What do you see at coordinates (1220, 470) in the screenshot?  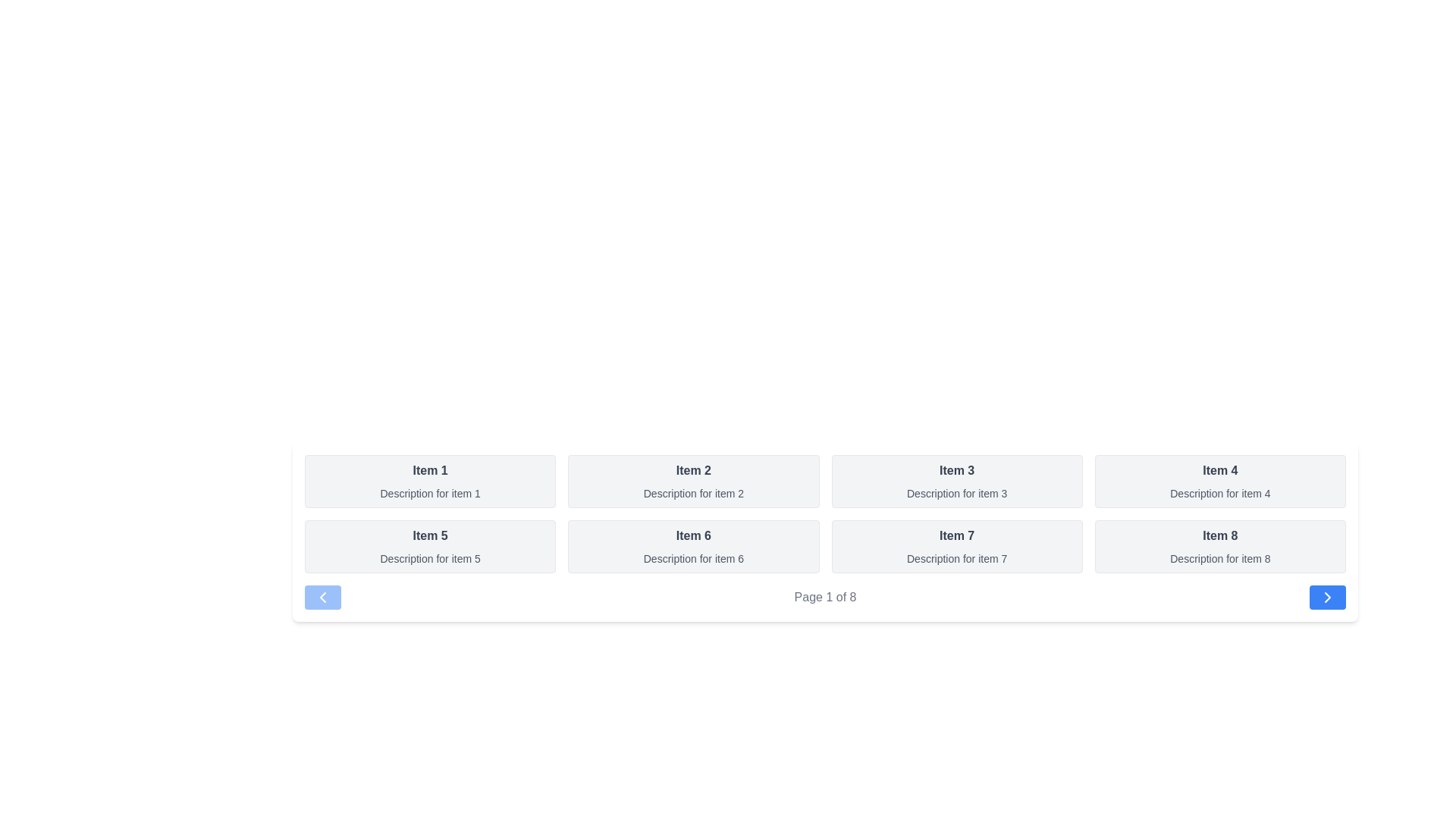 I see `the title text label for the fourth item in the grid, which is positioned above 'Description for item 4' in the top-right portion of the grid` at bounding box center [1220, 470].